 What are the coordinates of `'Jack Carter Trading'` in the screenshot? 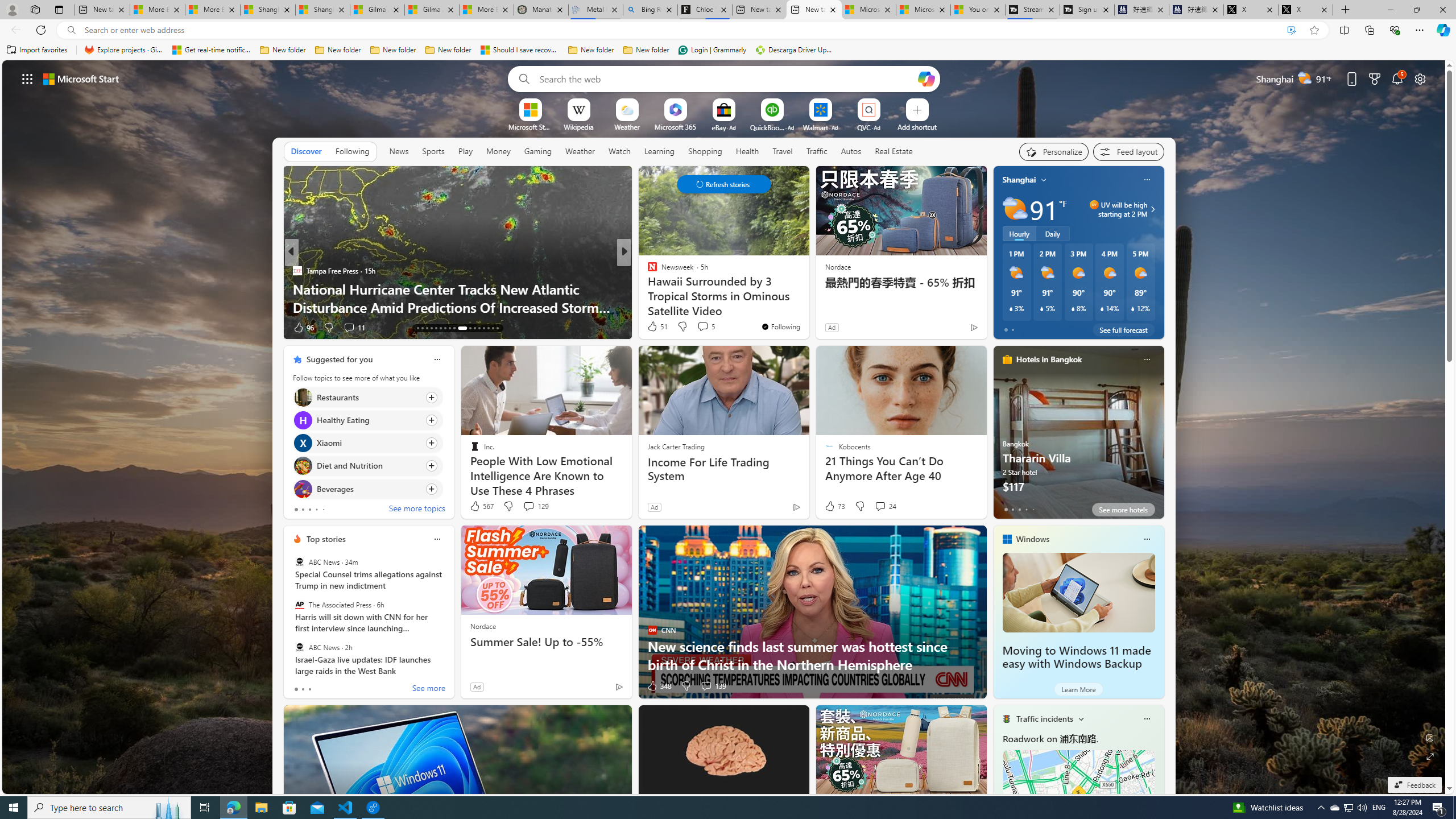 It's located at (676, 446).